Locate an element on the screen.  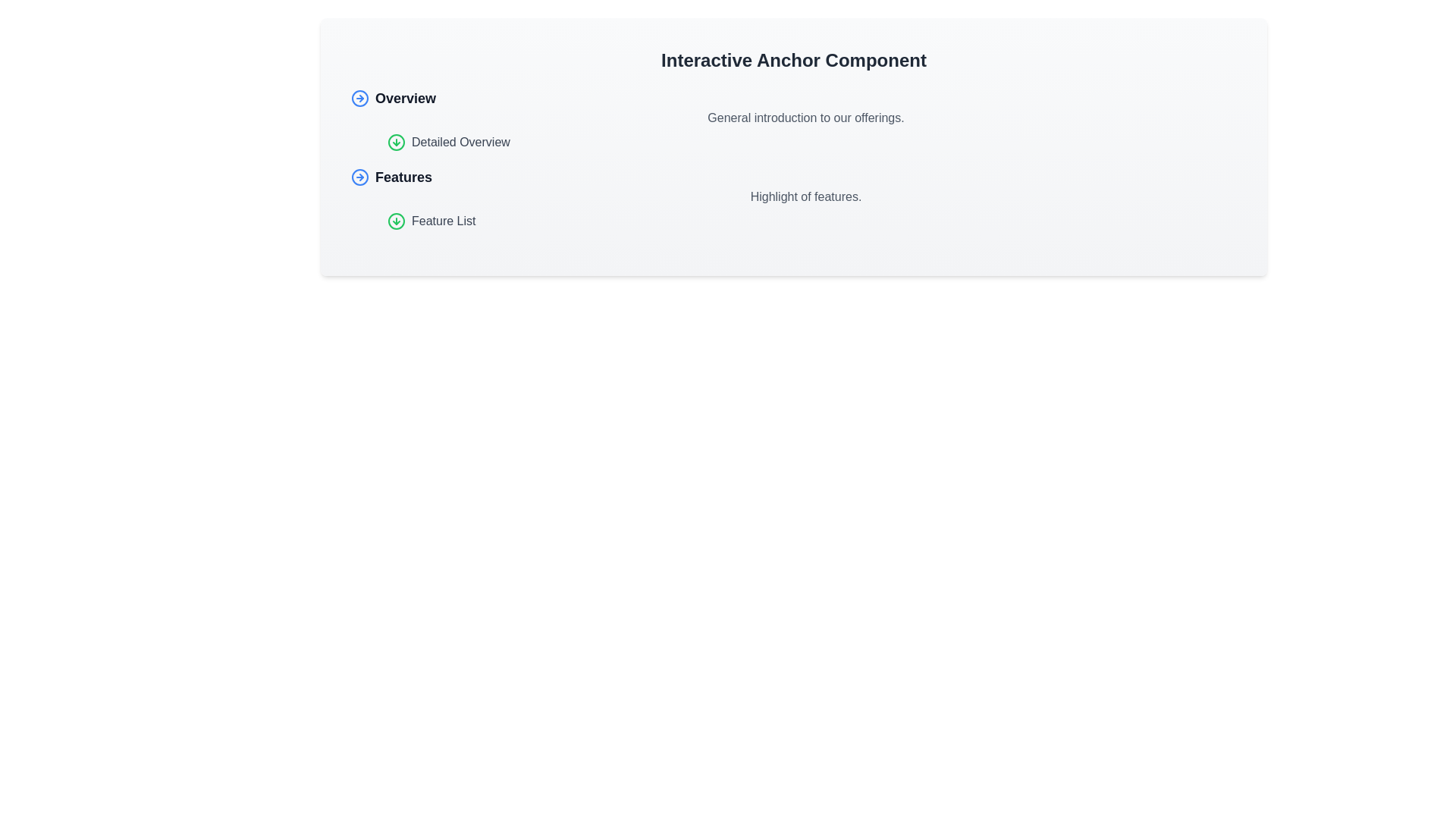
the circular green icon with a downward arrow located to the left of the 'Detailed Overview' text in the navigation menu is located at coordinates (397, 143).